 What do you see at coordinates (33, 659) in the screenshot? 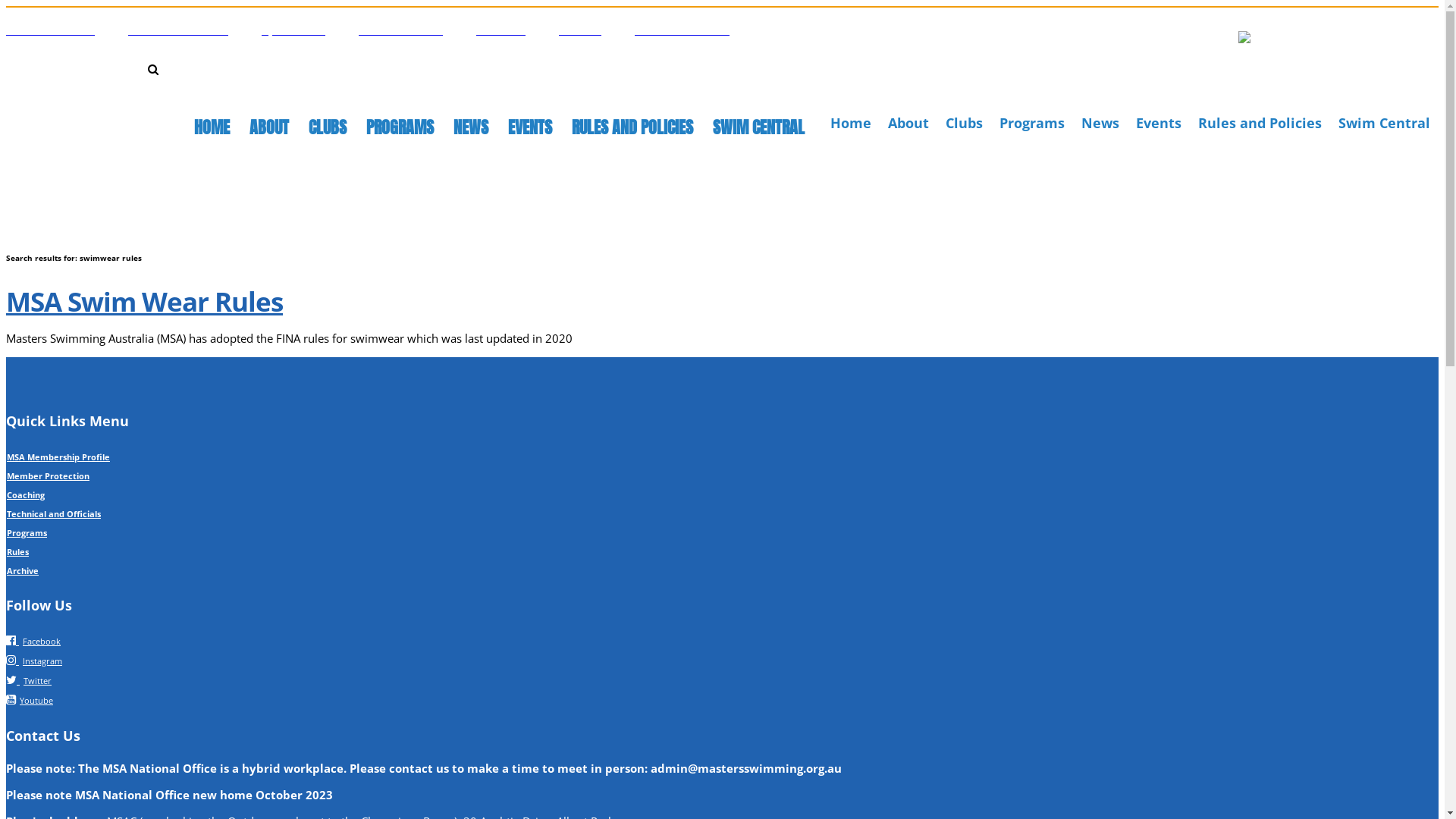
I see `'Instagram'` at bounding box center [33, 659].